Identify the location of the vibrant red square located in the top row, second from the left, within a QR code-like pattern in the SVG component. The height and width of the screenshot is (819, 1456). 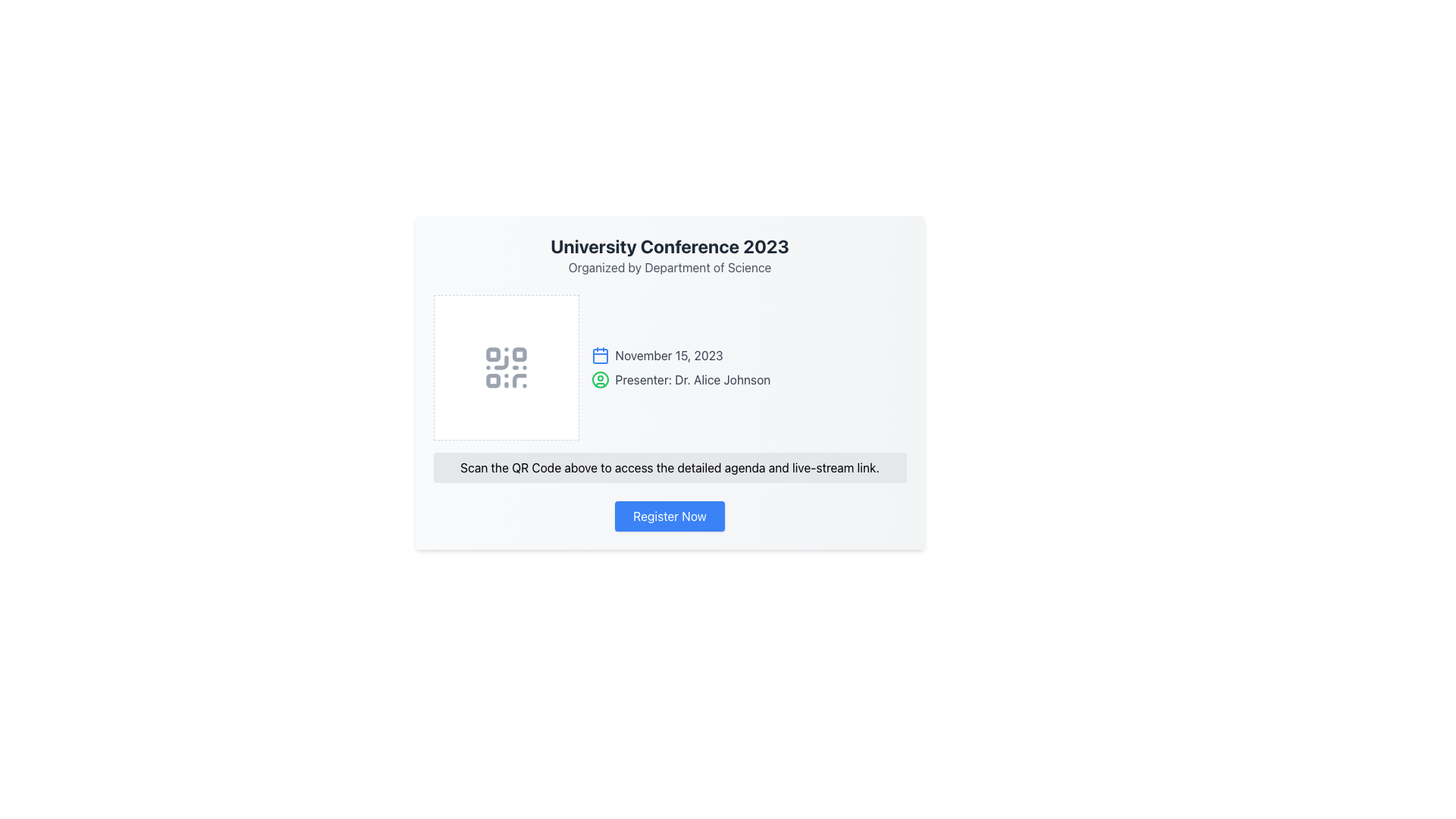
(519, 354).